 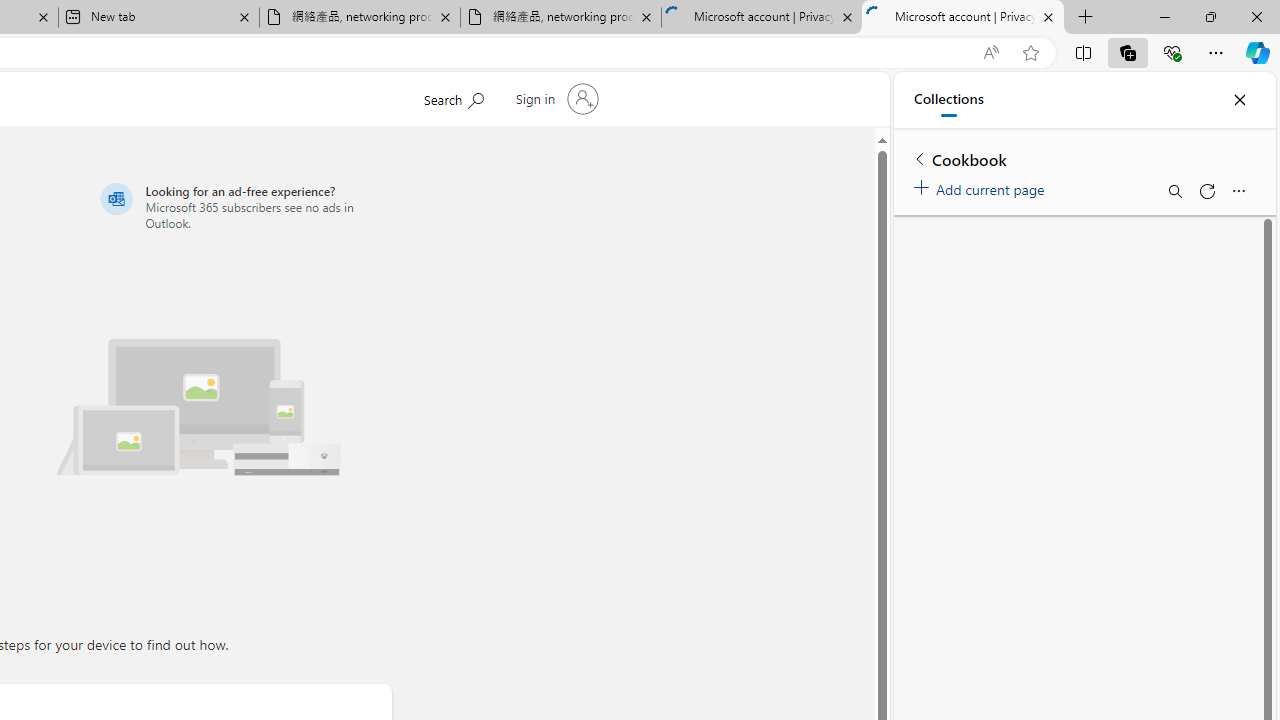 What do you see at coordinates (983, 186) in the screenshot?
I see `'Add current page'` at bounding box center [983, 186].